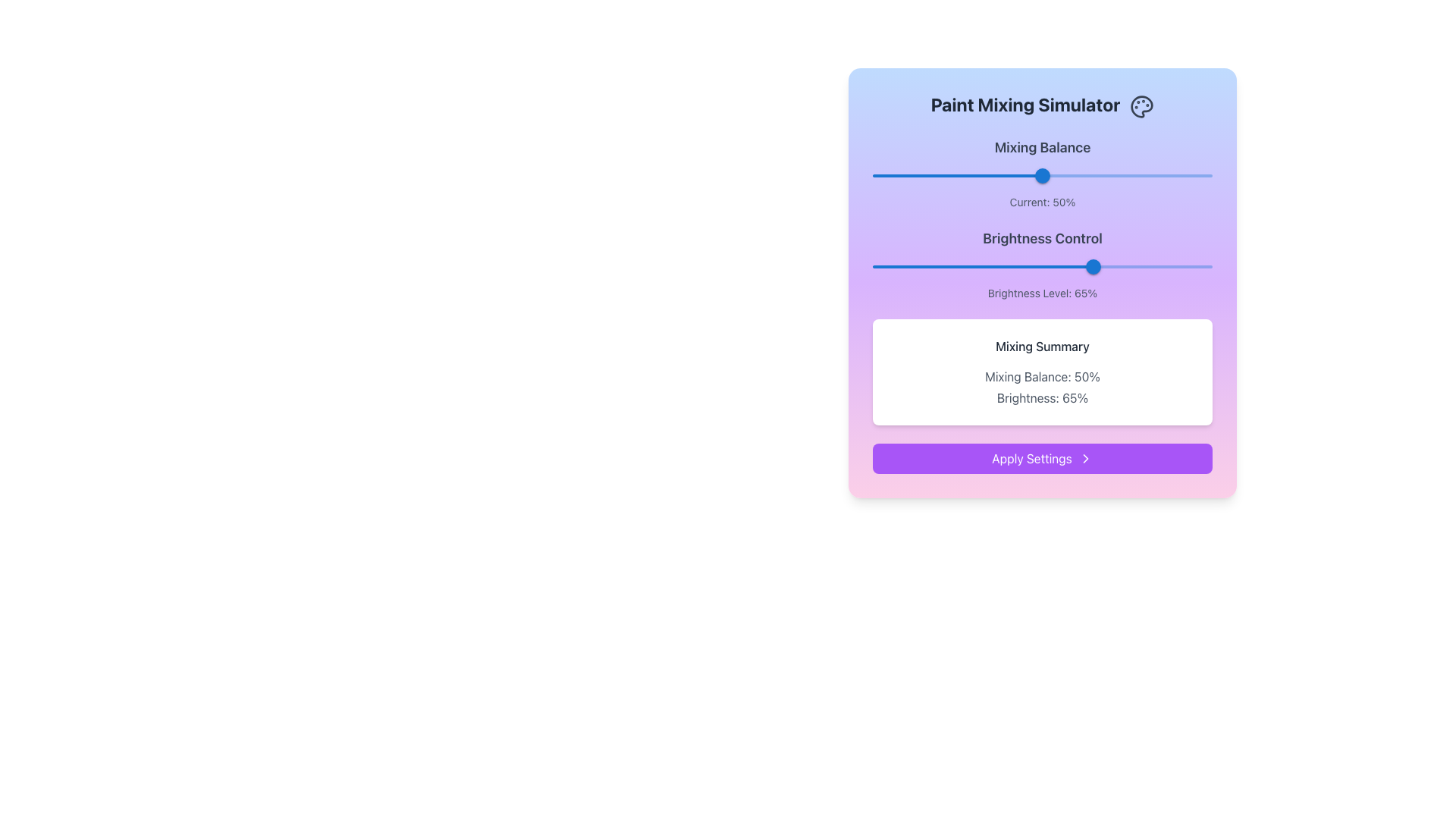 The image size is (1456, 819). I want to click on brightness level, so click(1038, 265).